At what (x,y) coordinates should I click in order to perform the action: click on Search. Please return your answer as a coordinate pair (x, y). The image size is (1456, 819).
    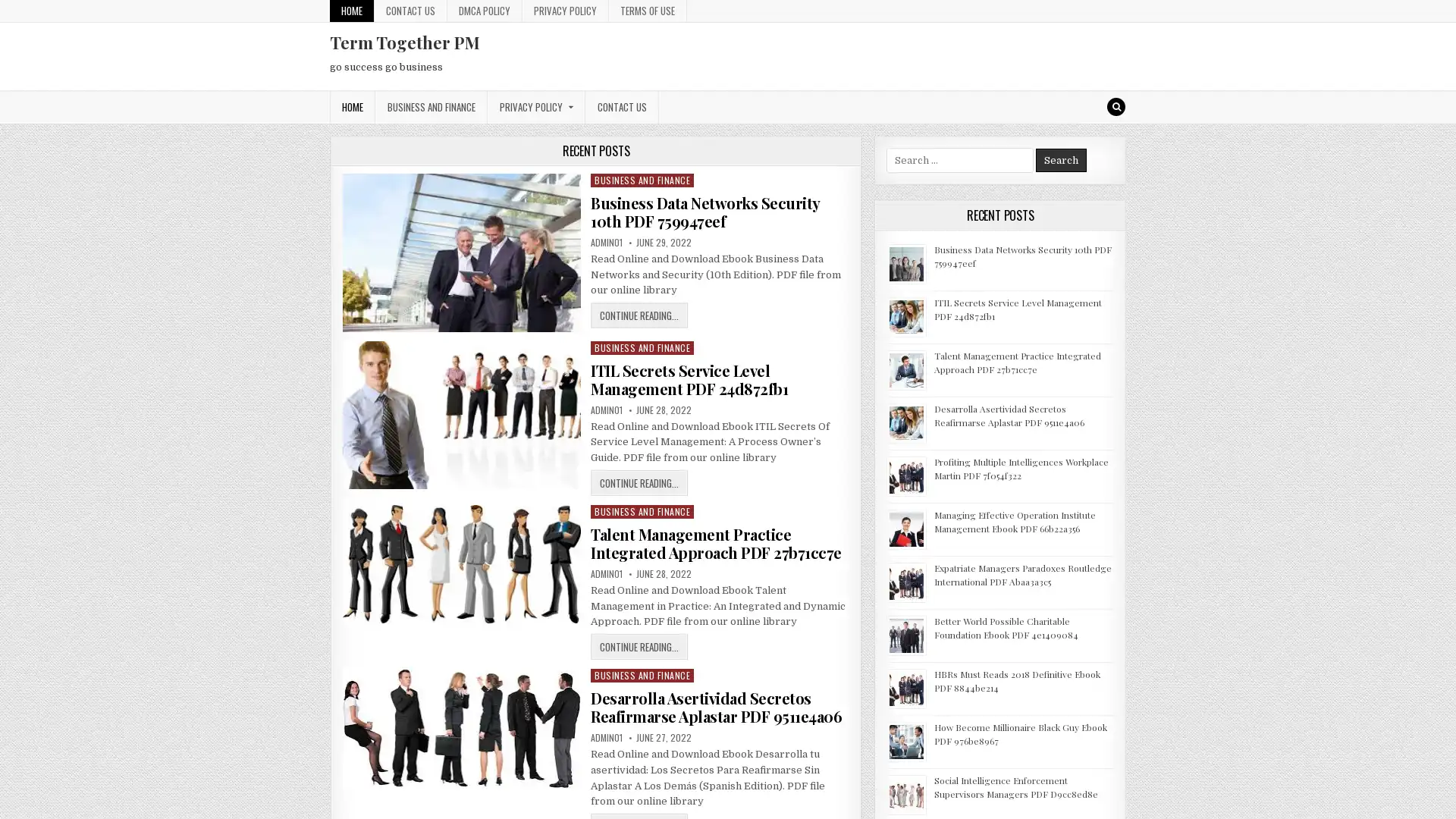
    Looking at the image, I should click on (1060, 160).